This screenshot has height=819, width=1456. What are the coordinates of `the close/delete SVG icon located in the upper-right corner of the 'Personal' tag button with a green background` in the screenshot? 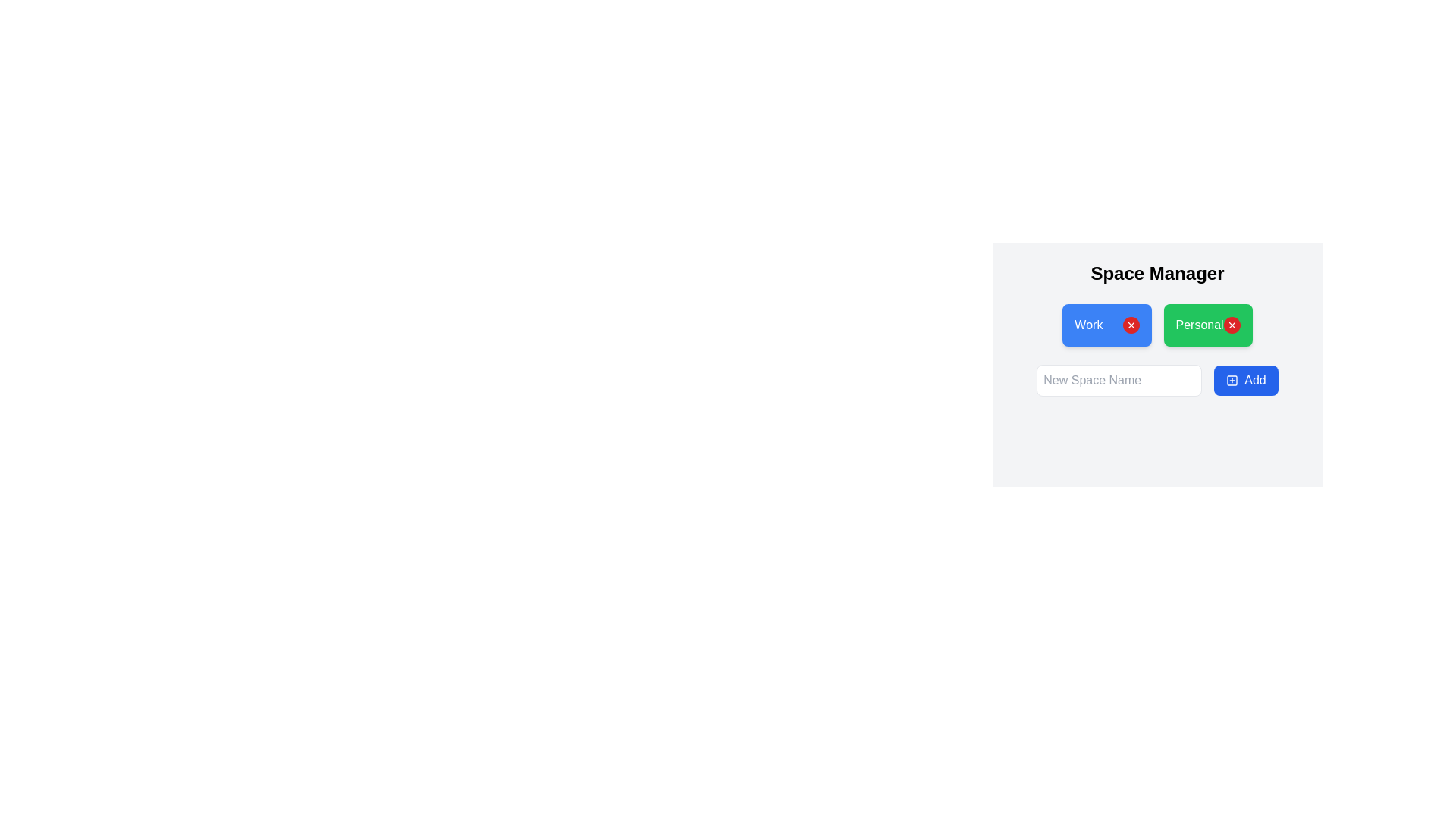 It's located at (1232, 324).